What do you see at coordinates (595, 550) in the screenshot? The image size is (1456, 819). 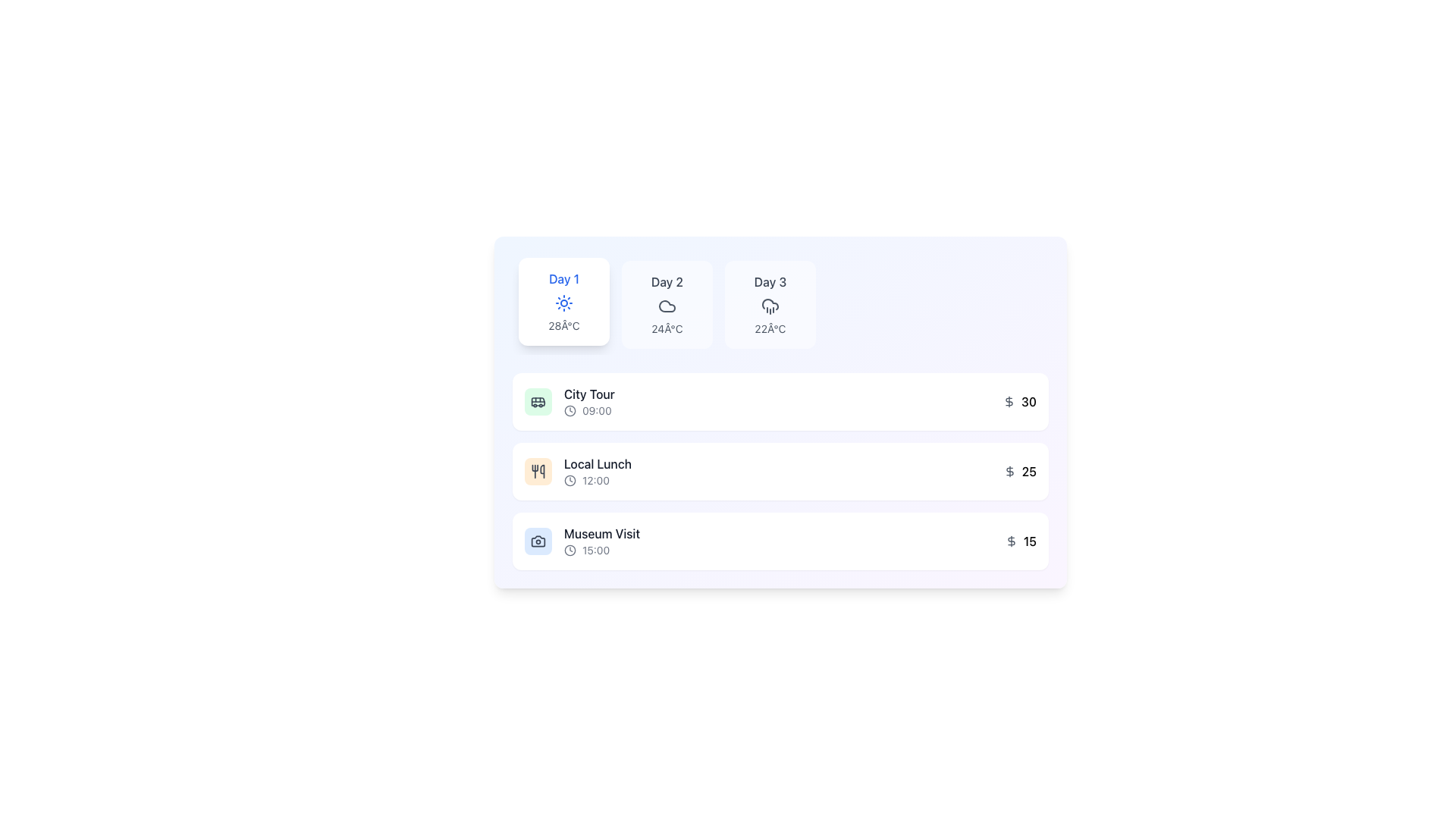 I see `the text label that displays the scheduled time for the 'Museum Visit' activity, located at the bottom-right corner of the section labeled 'Museum Visit'` at bounding box center [595, 550].